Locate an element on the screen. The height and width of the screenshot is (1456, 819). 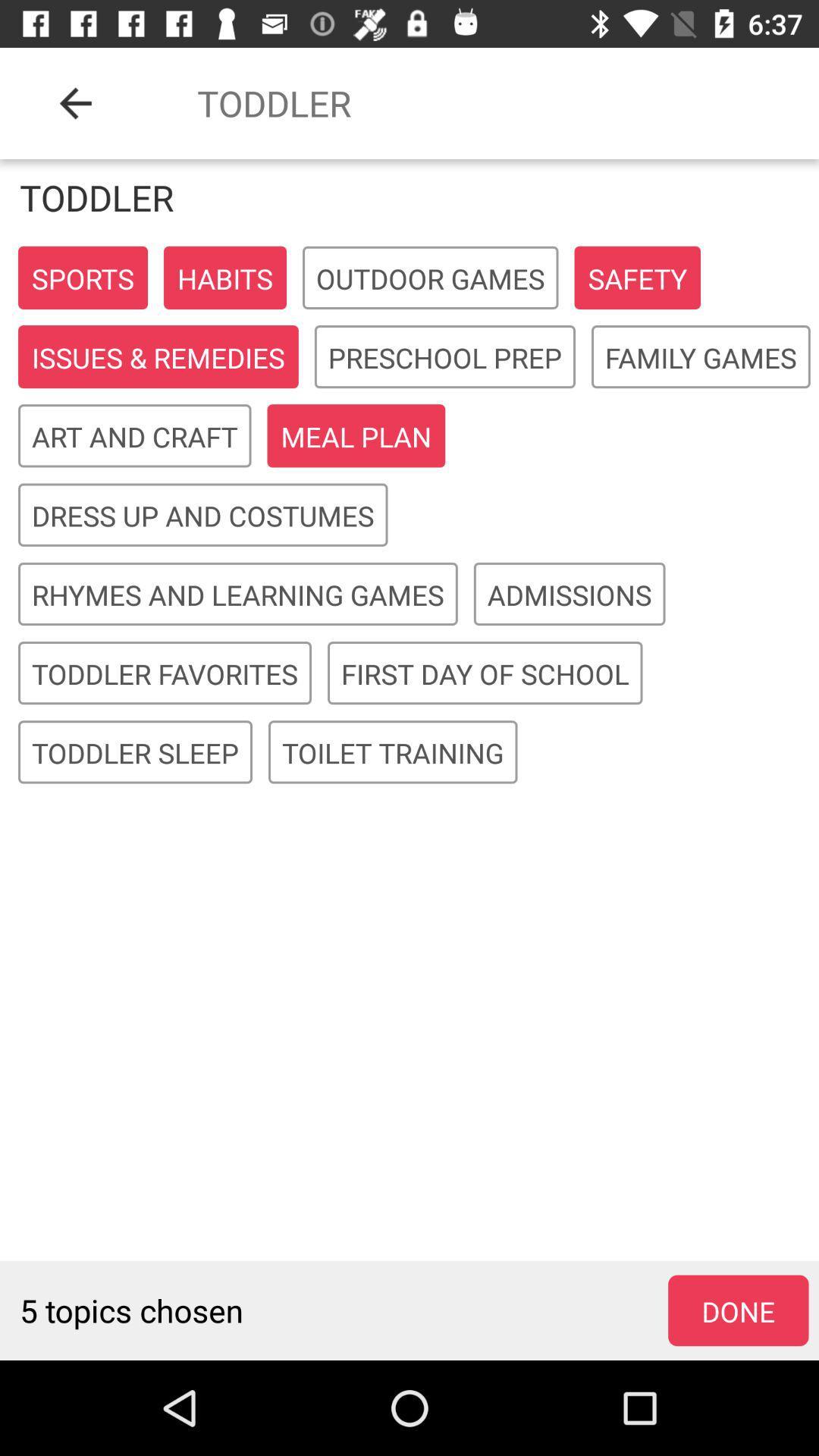
the button habits on the web page is located at coordinates (225, 278).